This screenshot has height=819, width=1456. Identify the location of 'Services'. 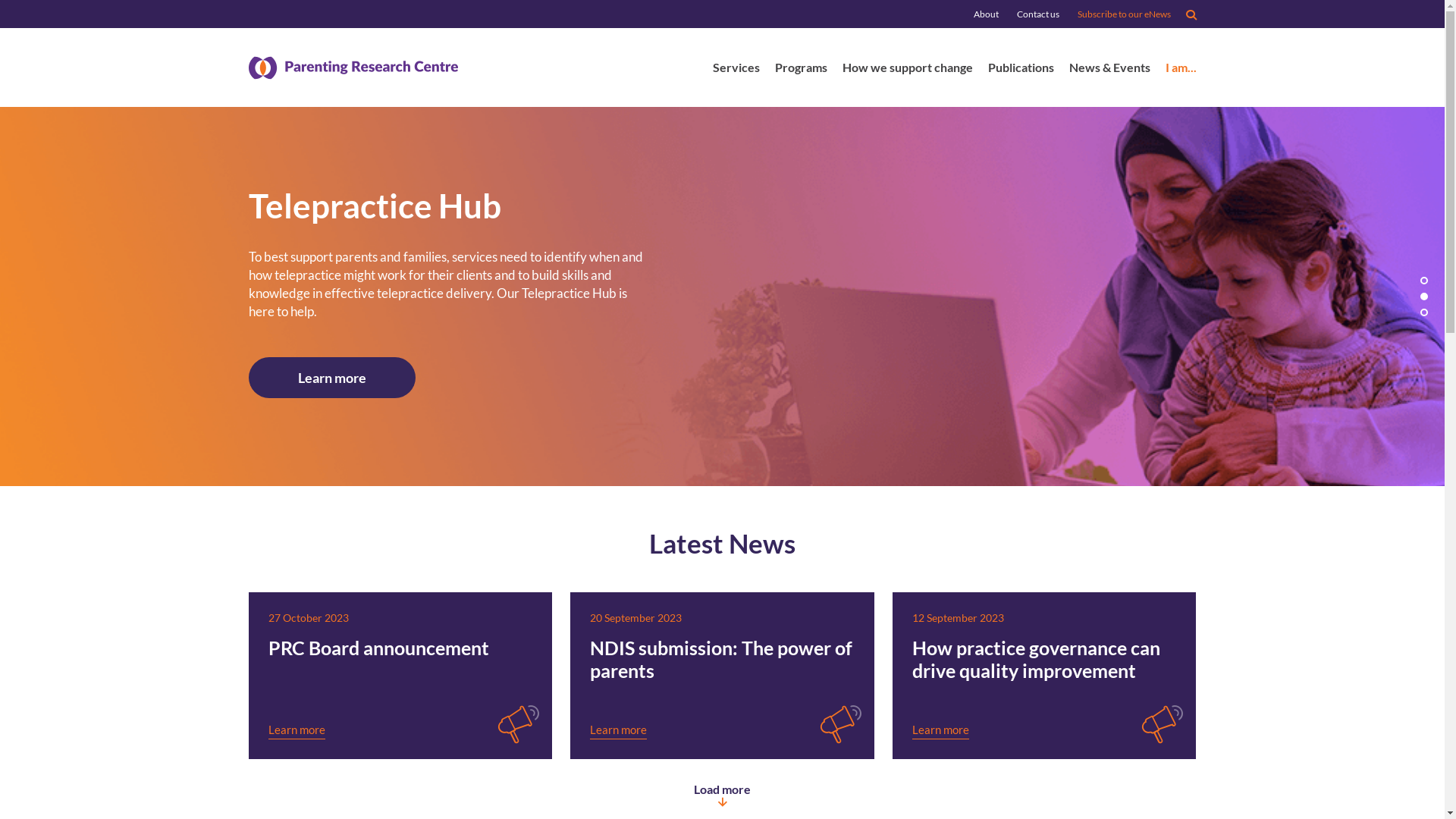
(736, 69).